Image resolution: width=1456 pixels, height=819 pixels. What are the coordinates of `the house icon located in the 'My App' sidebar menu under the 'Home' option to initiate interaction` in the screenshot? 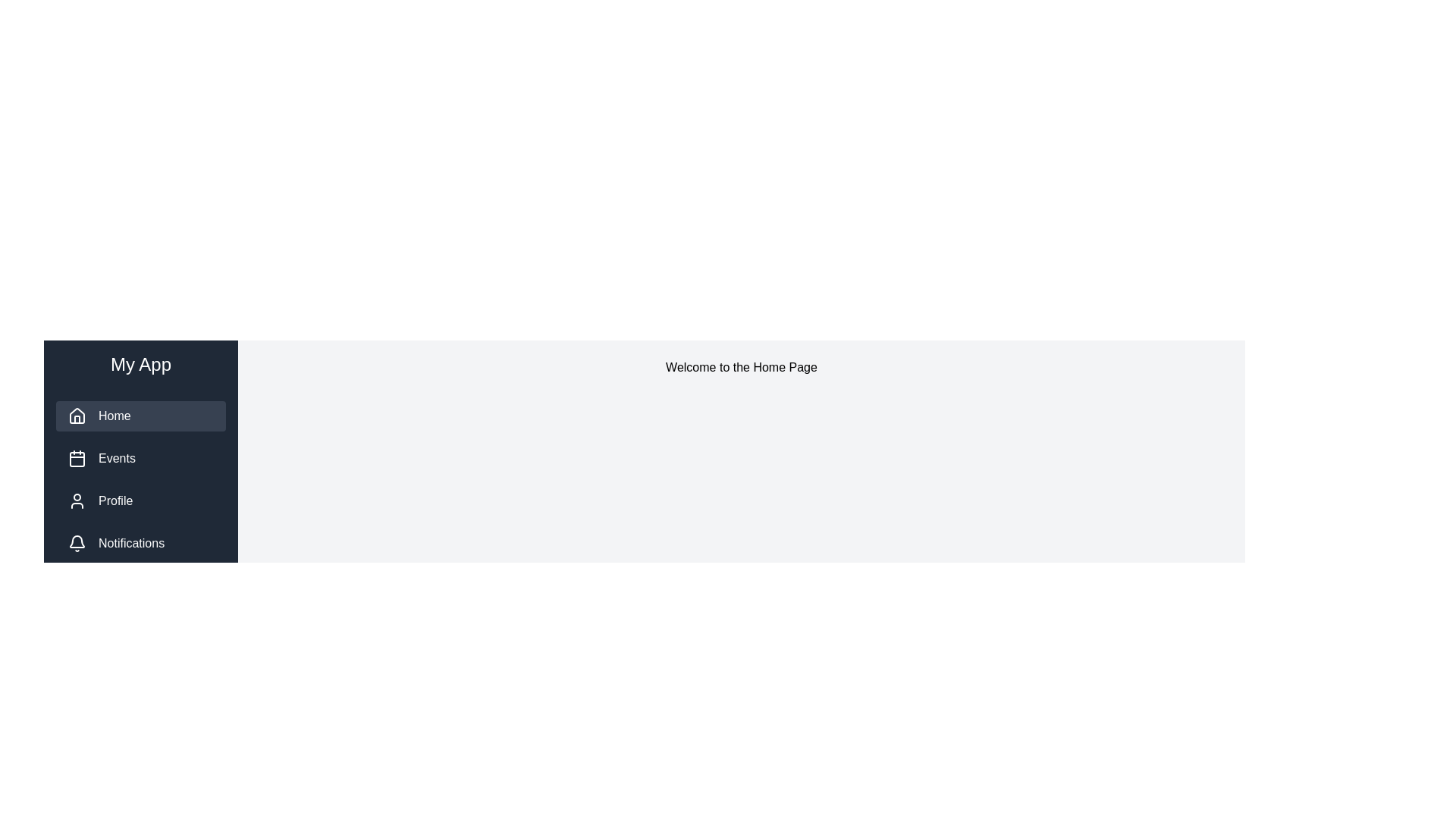 It's located at (76, 415).